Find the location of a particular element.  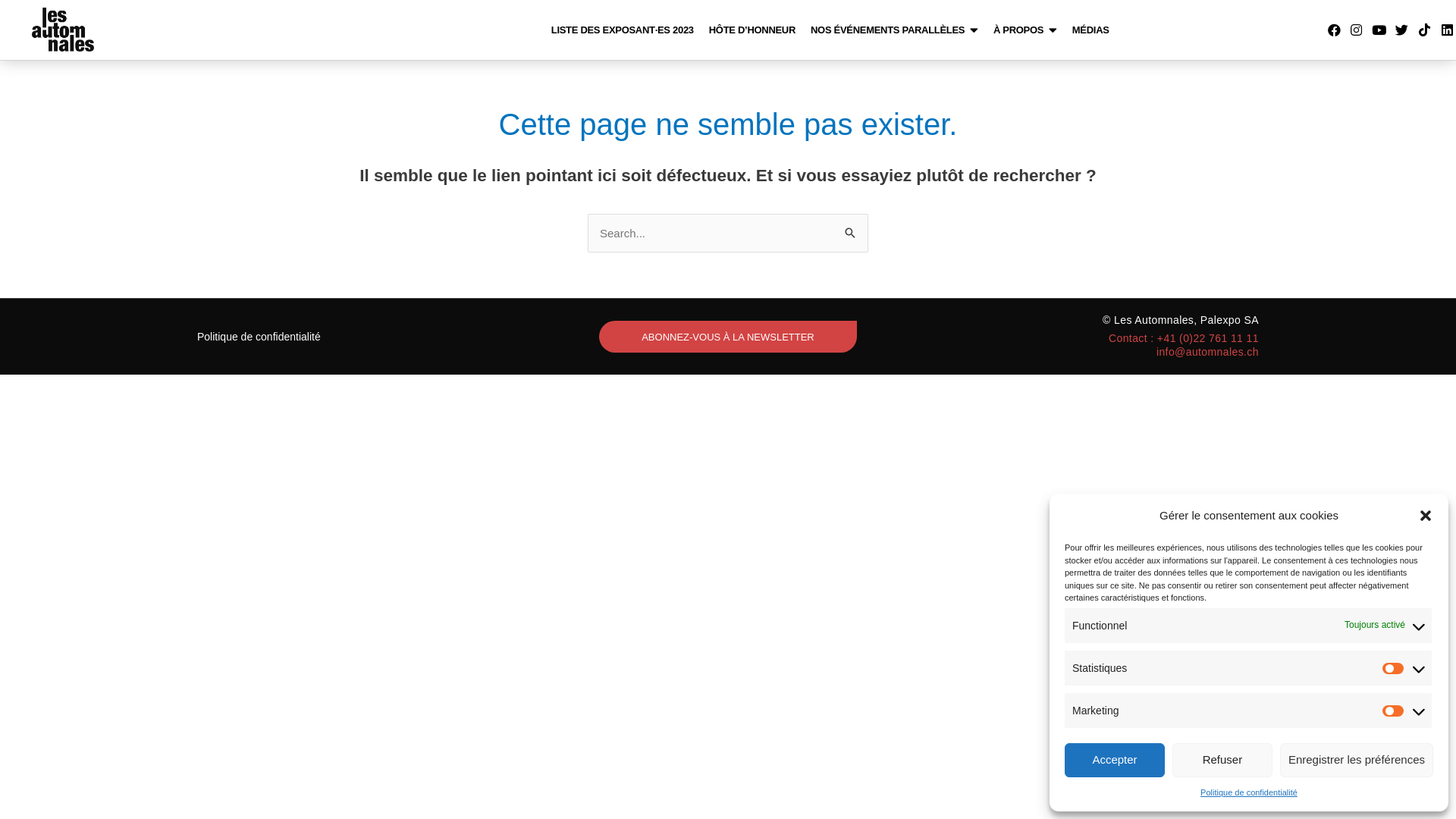

'Tiktok' is located at coordinates (1423, 30).